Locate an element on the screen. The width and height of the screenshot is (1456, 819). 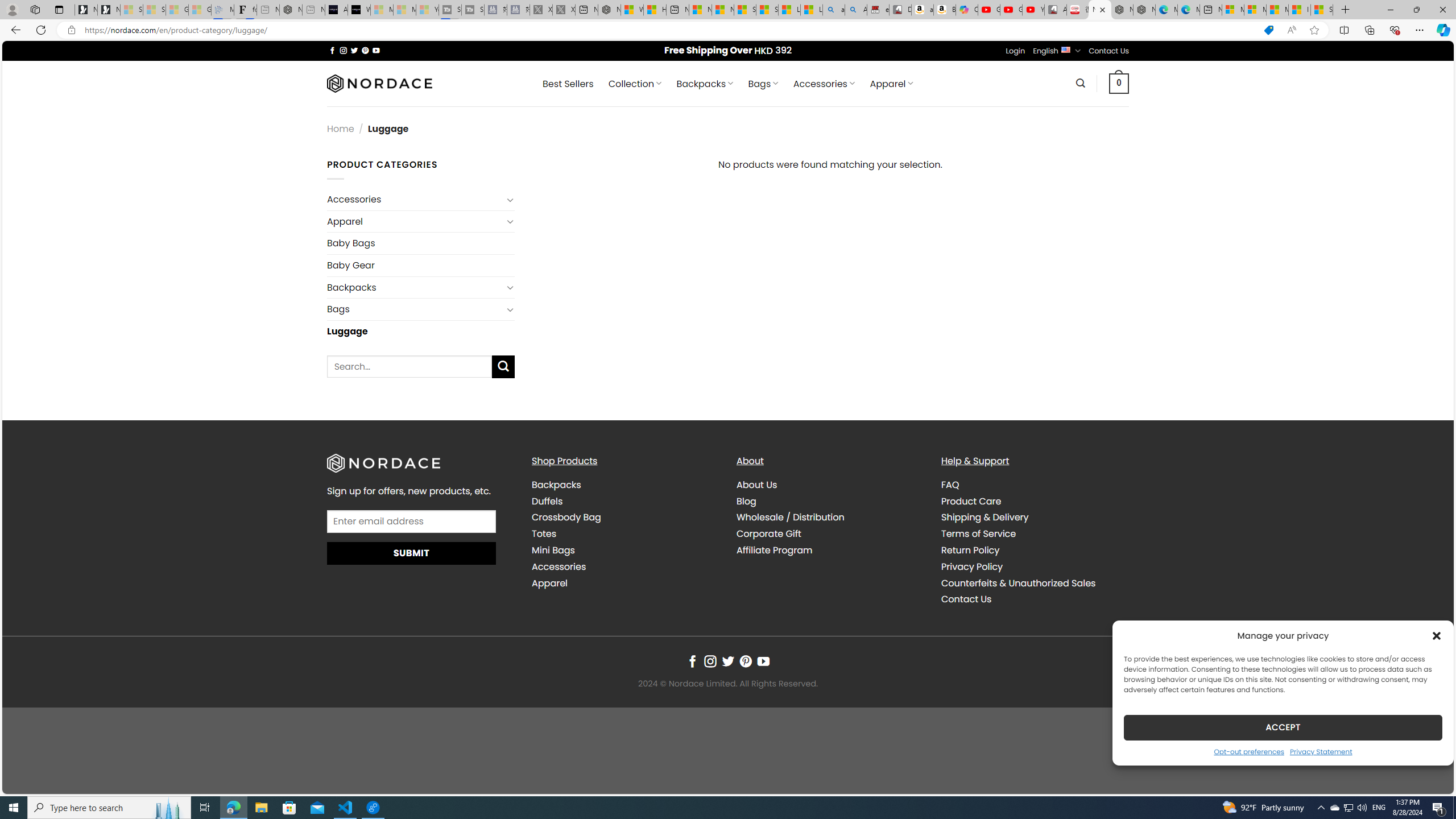
'Login' is located at coordinates (1015, 50).